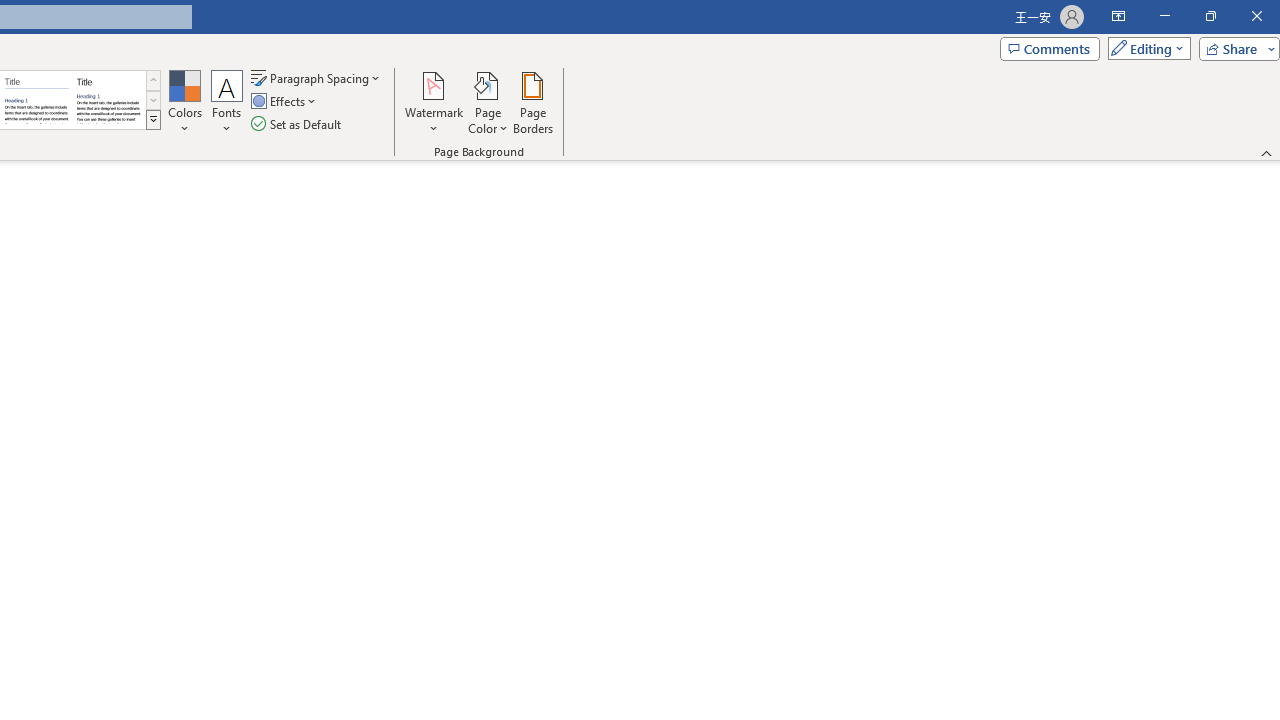  What do you see at coordinates (488, 103) in the screenshot?
I see `'Page Color'` at bounding box center [488, 103].